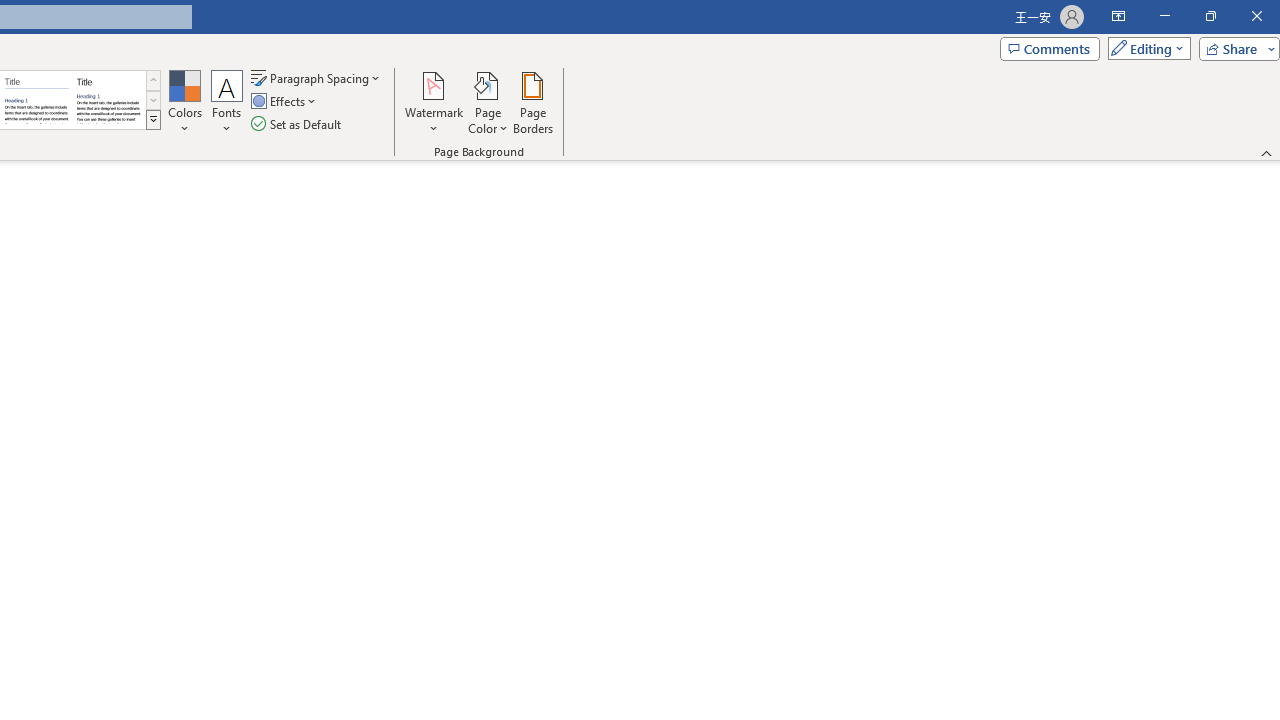  What do you see at coordinates (488, 103) in the screenshot?
I see `'Page Color'` at bounding box center [488, 103].